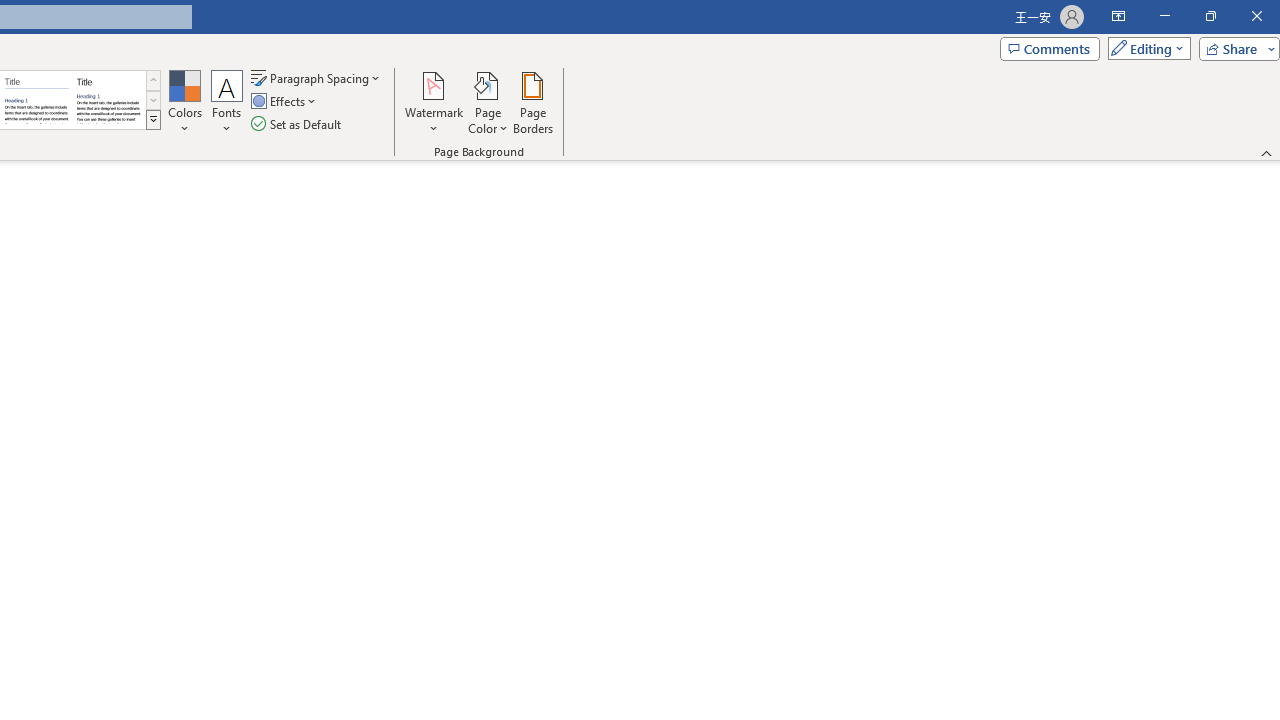  What do you see at coordinates (488, 103) in the screenshot?
I see `'Page Color'` at bounding box center [488, 103].